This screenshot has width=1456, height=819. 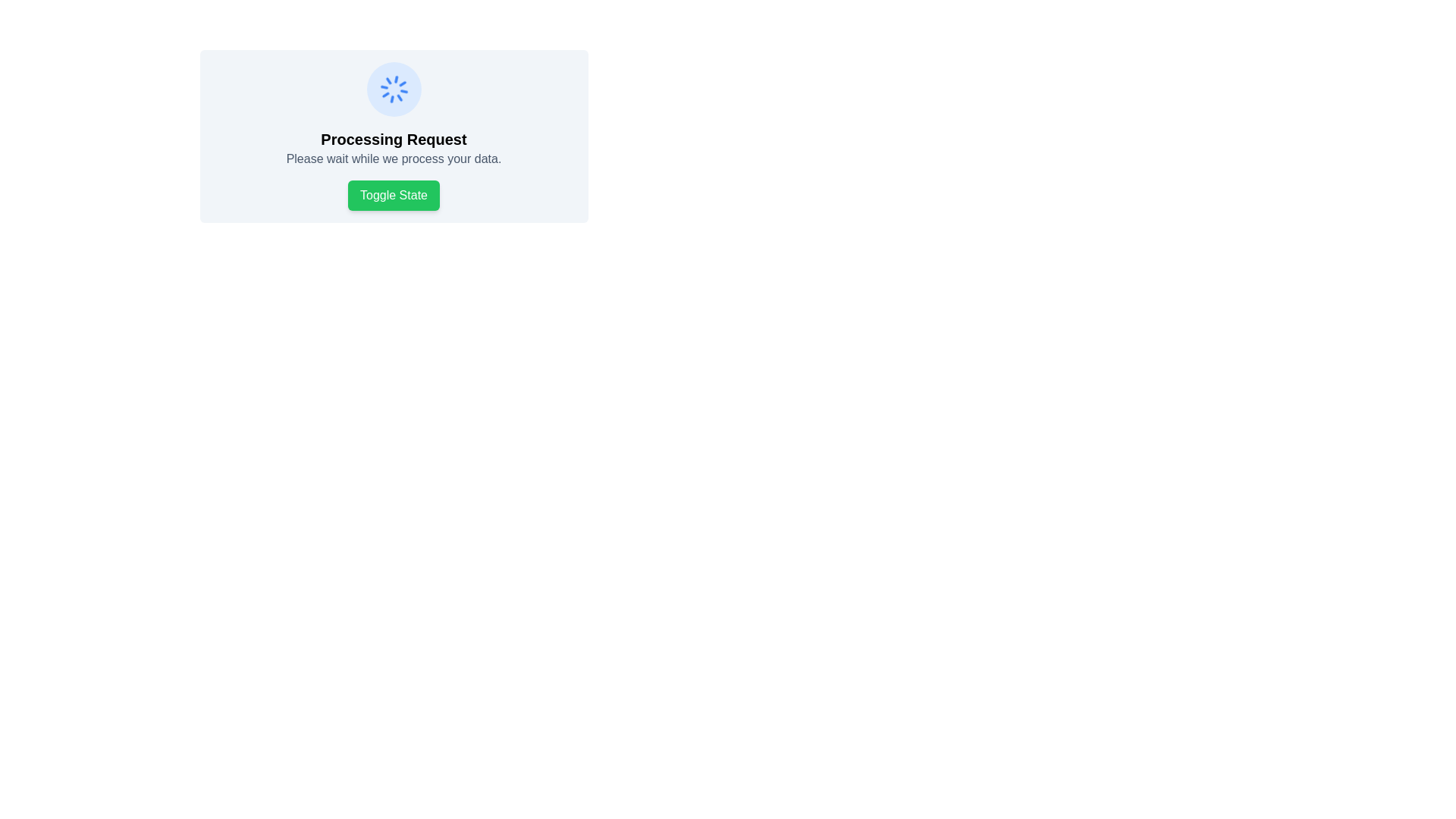 What do you see at coordinates (394, 158) in the screenshot?
I see `the label displaying the text 'Please wait while we process your data.' which is styled in slate-gray color and is center-aligned, located between the 'Processing Request' title and the 'Toggle State' button` at bounding box center [394, 158].